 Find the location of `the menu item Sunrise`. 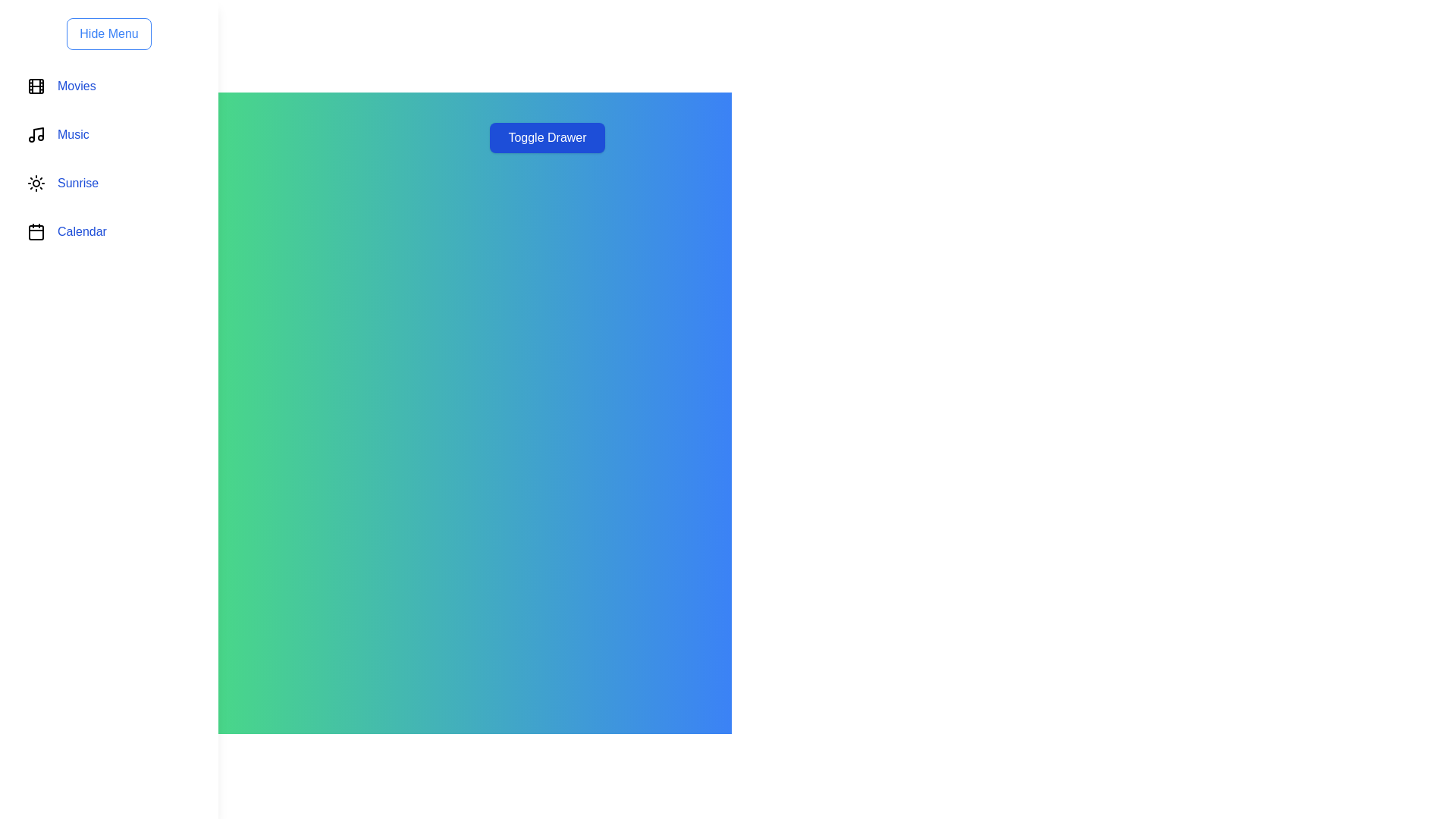

the menu item Sunrise is located at coordinates (108, 183).